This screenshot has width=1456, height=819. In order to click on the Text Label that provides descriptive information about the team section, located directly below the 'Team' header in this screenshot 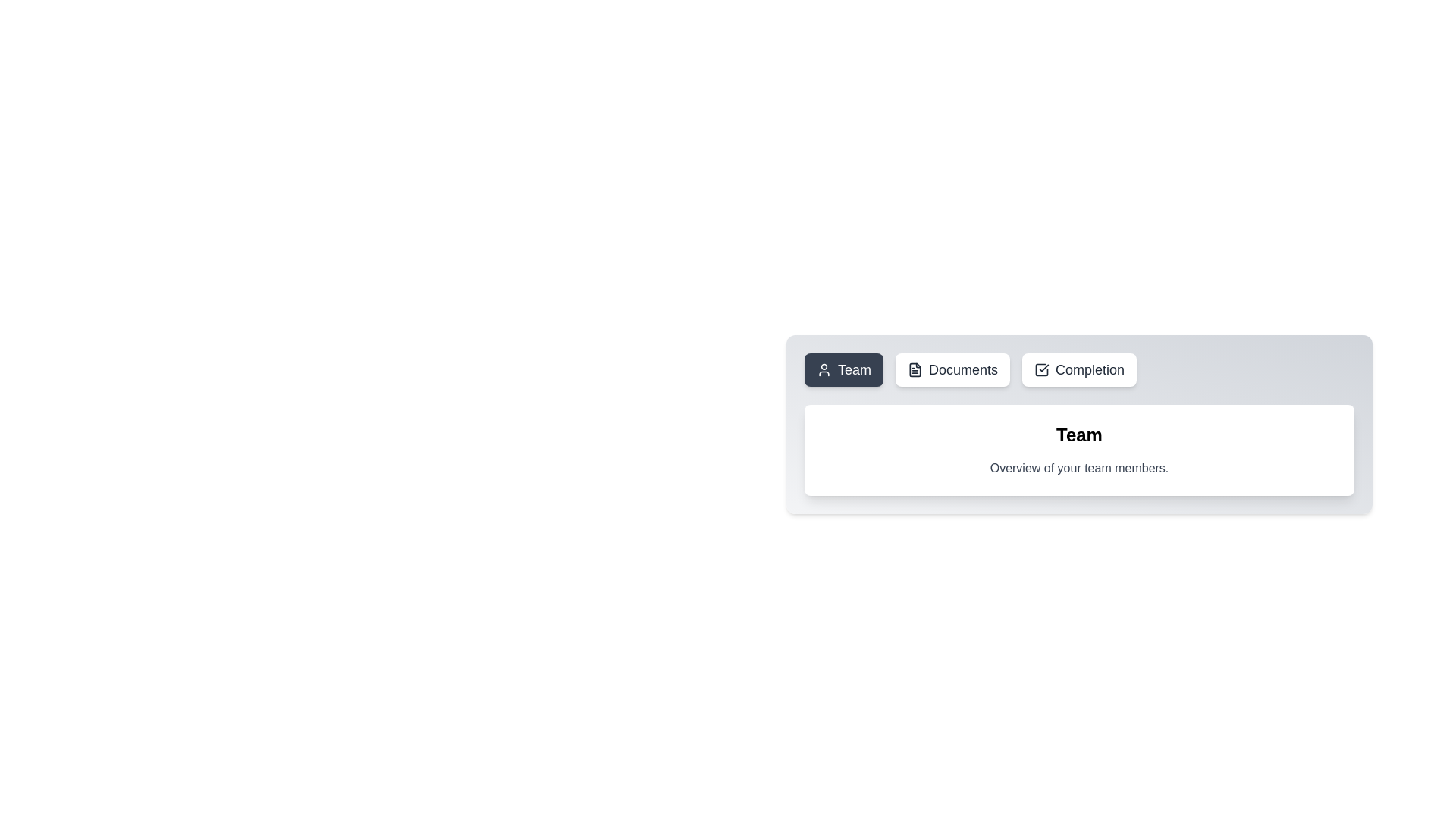, I will do `click(1078, 467)`.